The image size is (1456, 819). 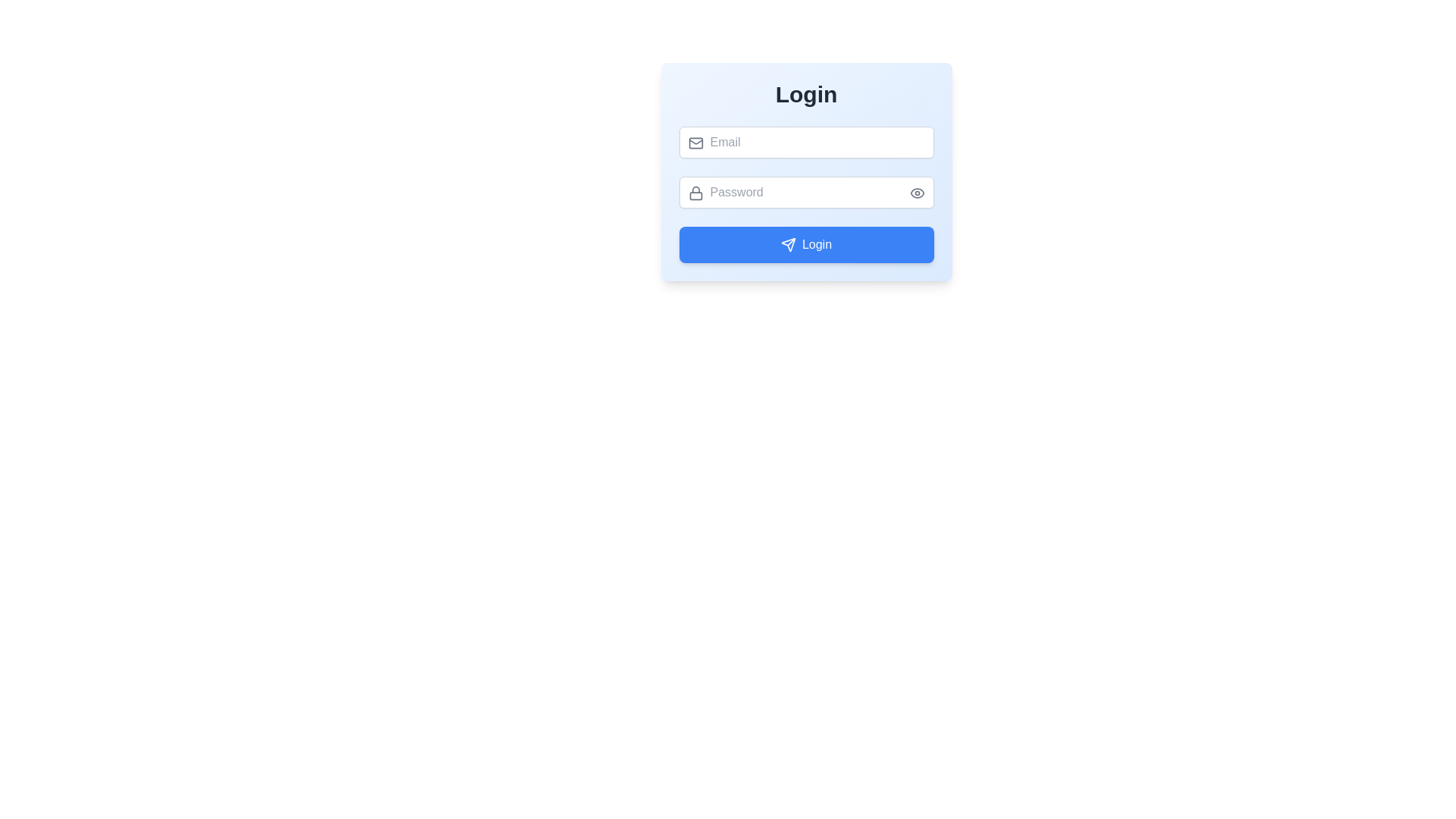 What do you see at coordinates (695, 195) in the screenshot?
I see `the decorative graphic element that serves as the base for the lock icon in the login form, located before the password input field` at bounding box center [695, 195].